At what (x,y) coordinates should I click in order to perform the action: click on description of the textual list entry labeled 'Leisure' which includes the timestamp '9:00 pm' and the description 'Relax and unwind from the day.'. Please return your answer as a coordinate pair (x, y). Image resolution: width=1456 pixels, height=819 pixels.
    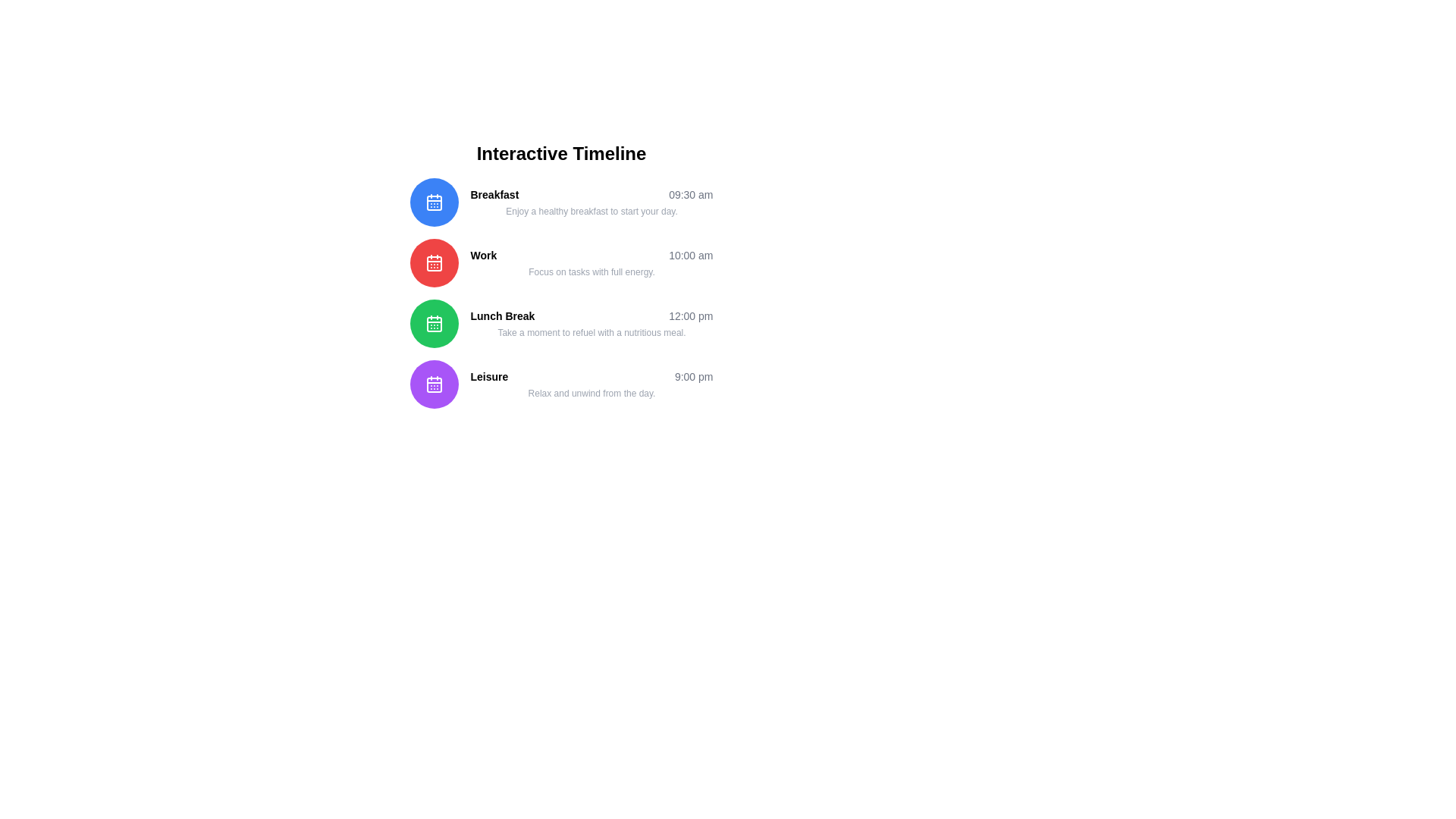
    Looking at the image, I should click on (591, 383).